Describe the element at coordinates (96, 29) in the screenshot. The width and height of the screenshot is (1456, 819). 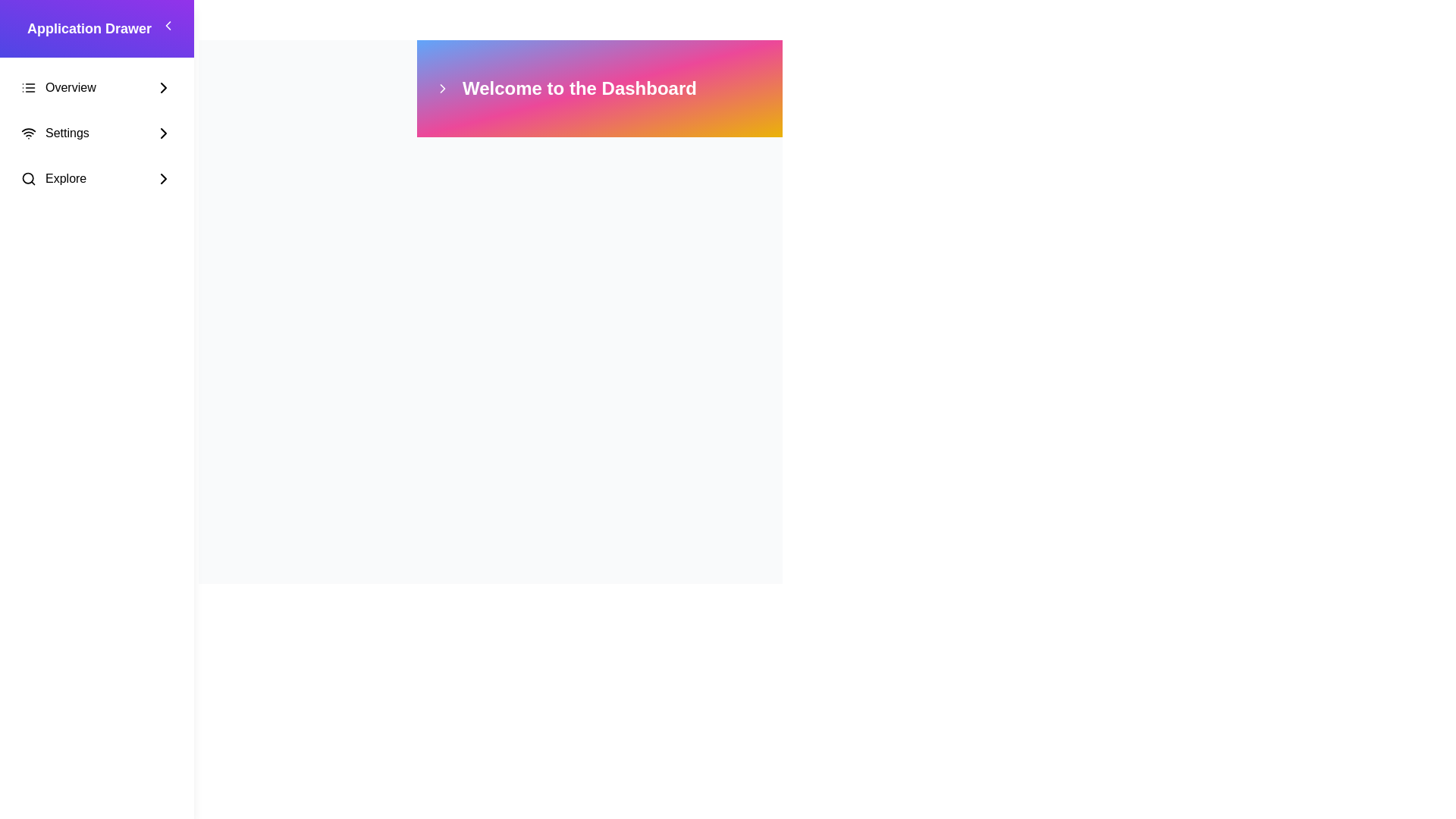
I see `the prominent text label that serves as a header for the sidebar menu, indicating its purpose or the current section's name` at that location.